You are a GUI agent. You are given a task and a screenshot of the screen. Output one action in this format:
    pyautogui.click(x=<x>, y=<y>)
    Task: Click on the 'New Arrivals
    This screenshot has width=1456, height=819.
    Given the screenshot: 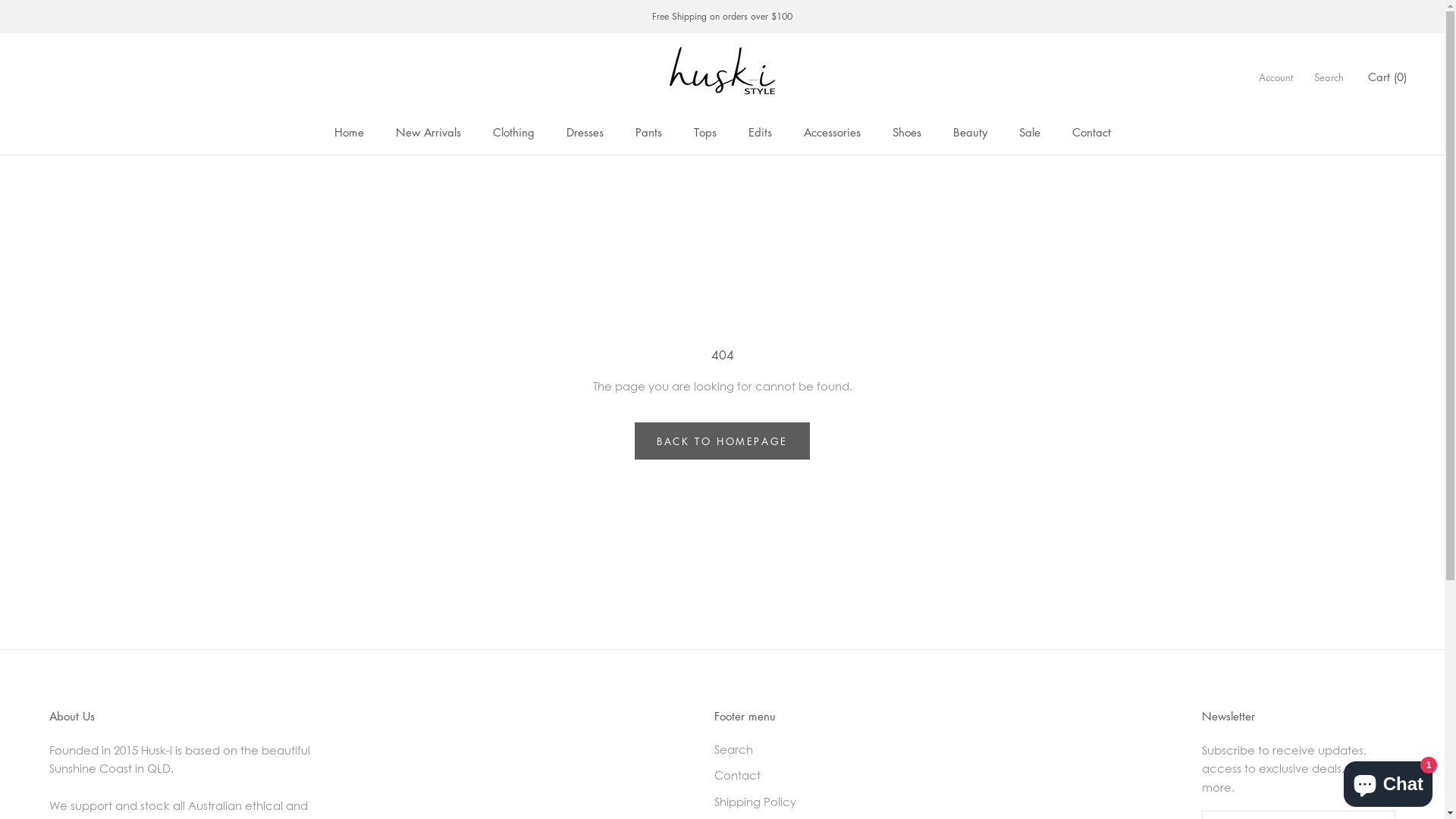 What is the action you would take?
    pyautogui.click(x=428, y=130)
    